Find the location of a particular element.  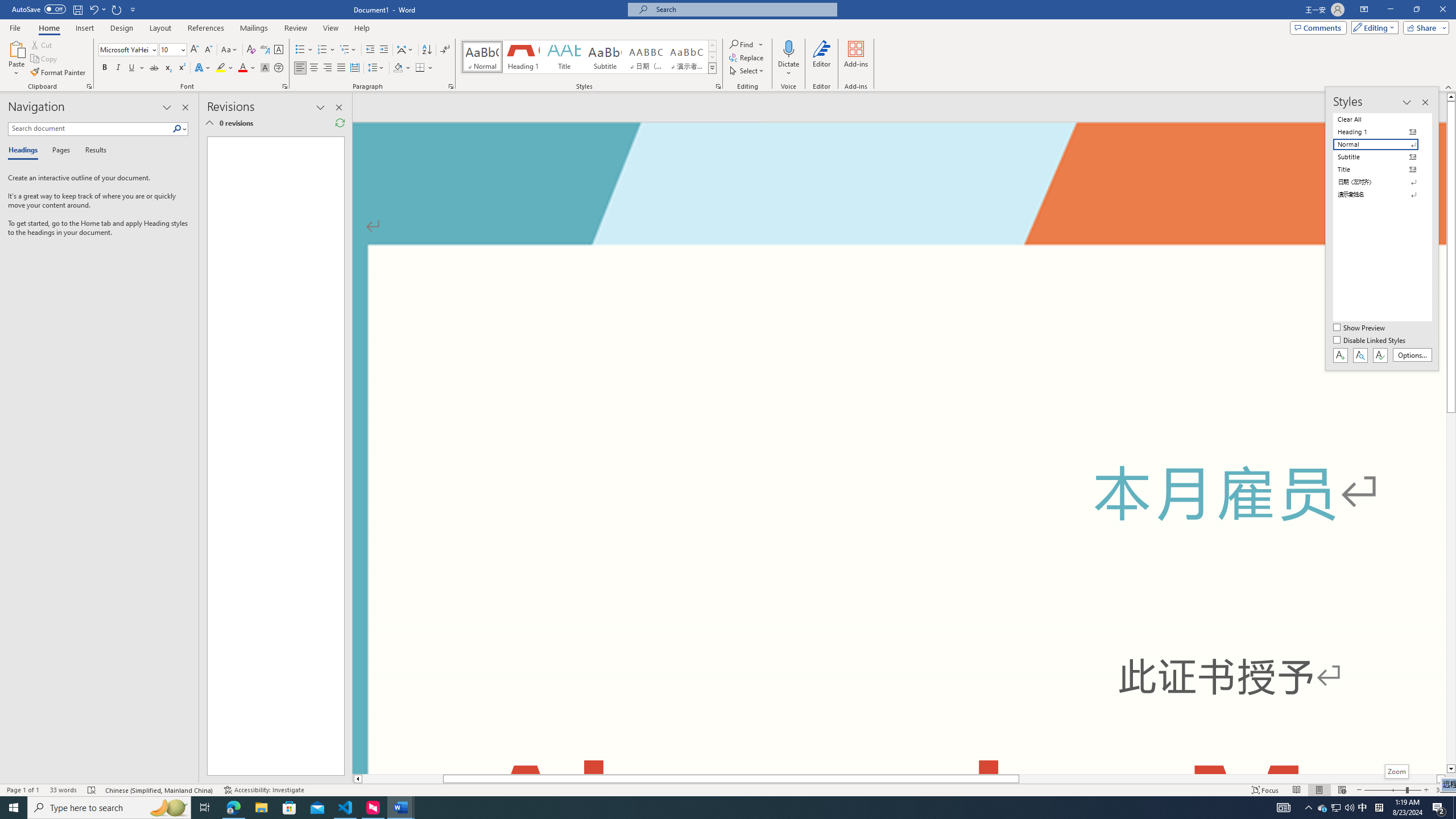

'Class: NetUIButton' is located at coordinates (1379, 355).